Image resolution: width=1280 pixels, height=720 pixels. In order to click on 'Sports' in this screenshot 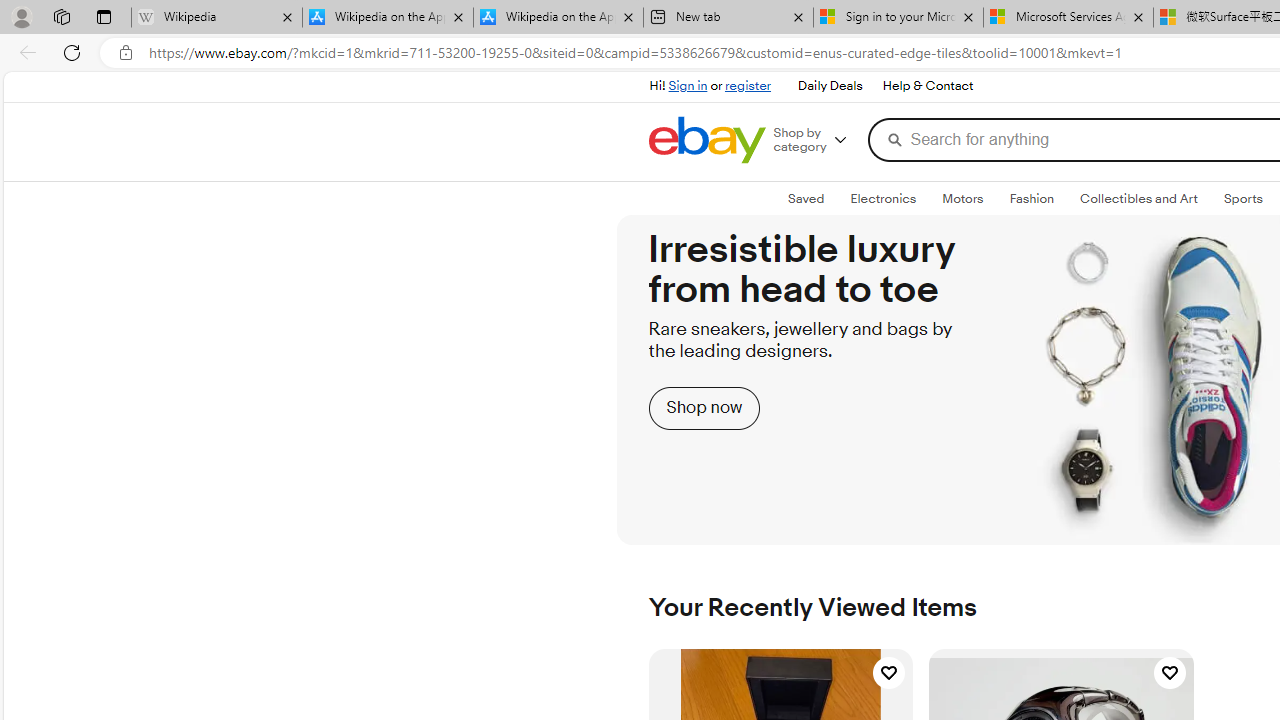, I will do `click(1242, 199)`.